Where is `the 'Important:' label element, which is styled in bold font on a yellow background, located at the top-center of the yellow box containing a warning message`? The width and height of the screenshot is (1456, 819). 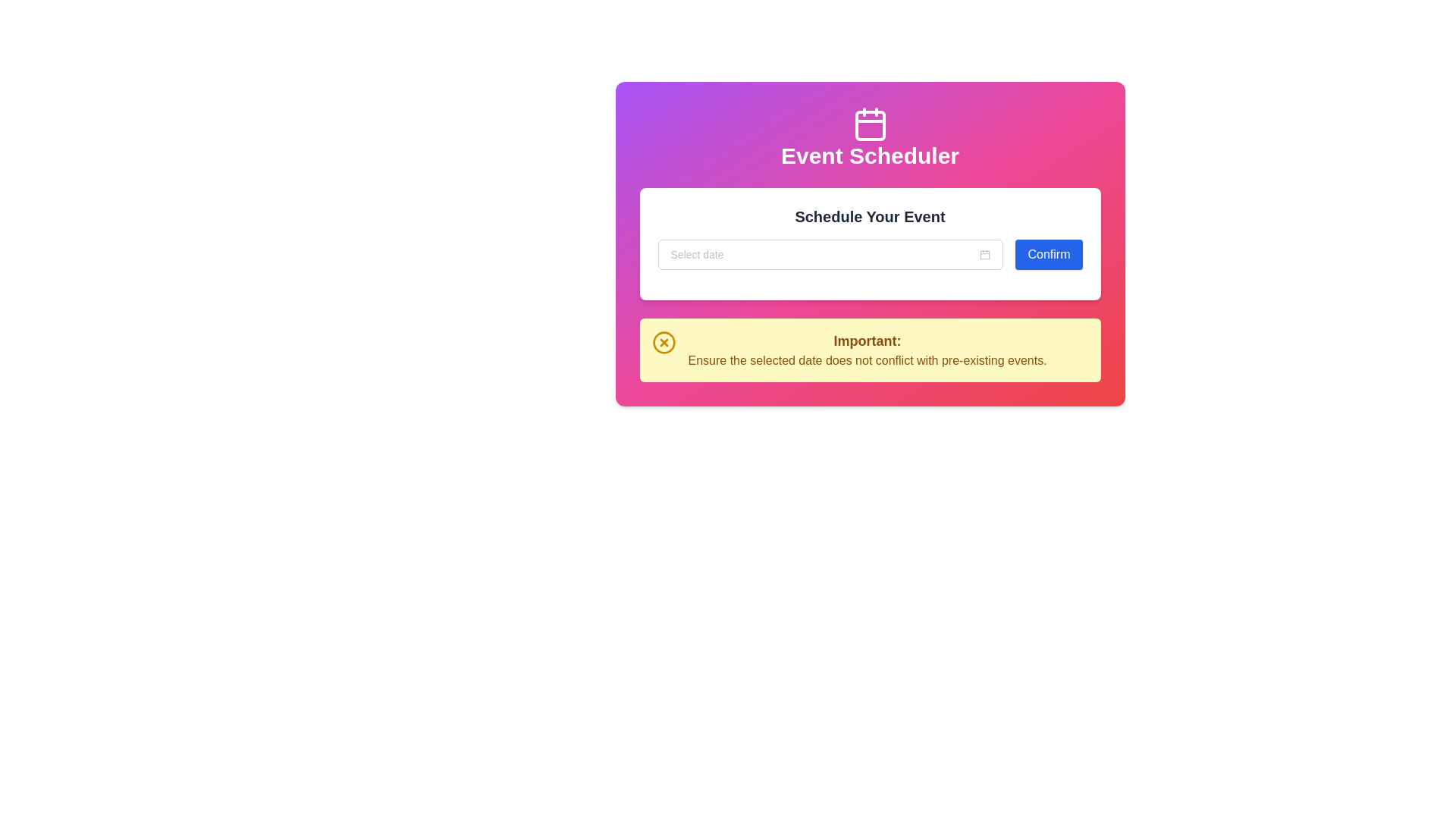
the 'Important:' label element, which is styled in bold font on a yellow background, located at the top-center of the yellow box containing a warning message is located at coordinates (868, 341).